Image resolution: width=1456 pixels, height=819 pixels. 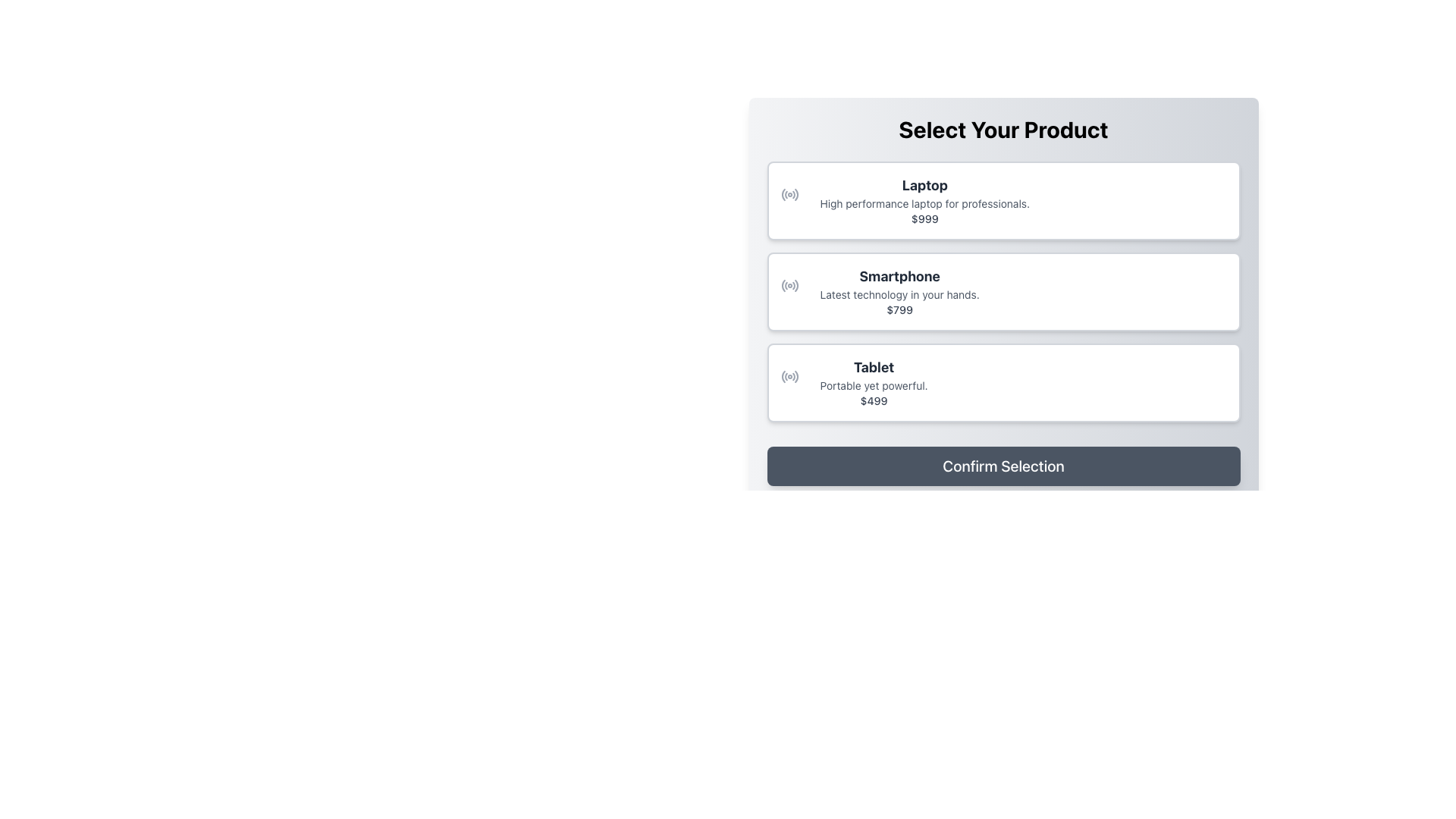 What do you see at coordinates (792, 376) in the screenshot?
I see `the decorative graphical element of the radio wave symbol that enhances the design of the 'Tablet' product entry, located to the left of the third product entry in the selection list` at bounding box center [792, 376].